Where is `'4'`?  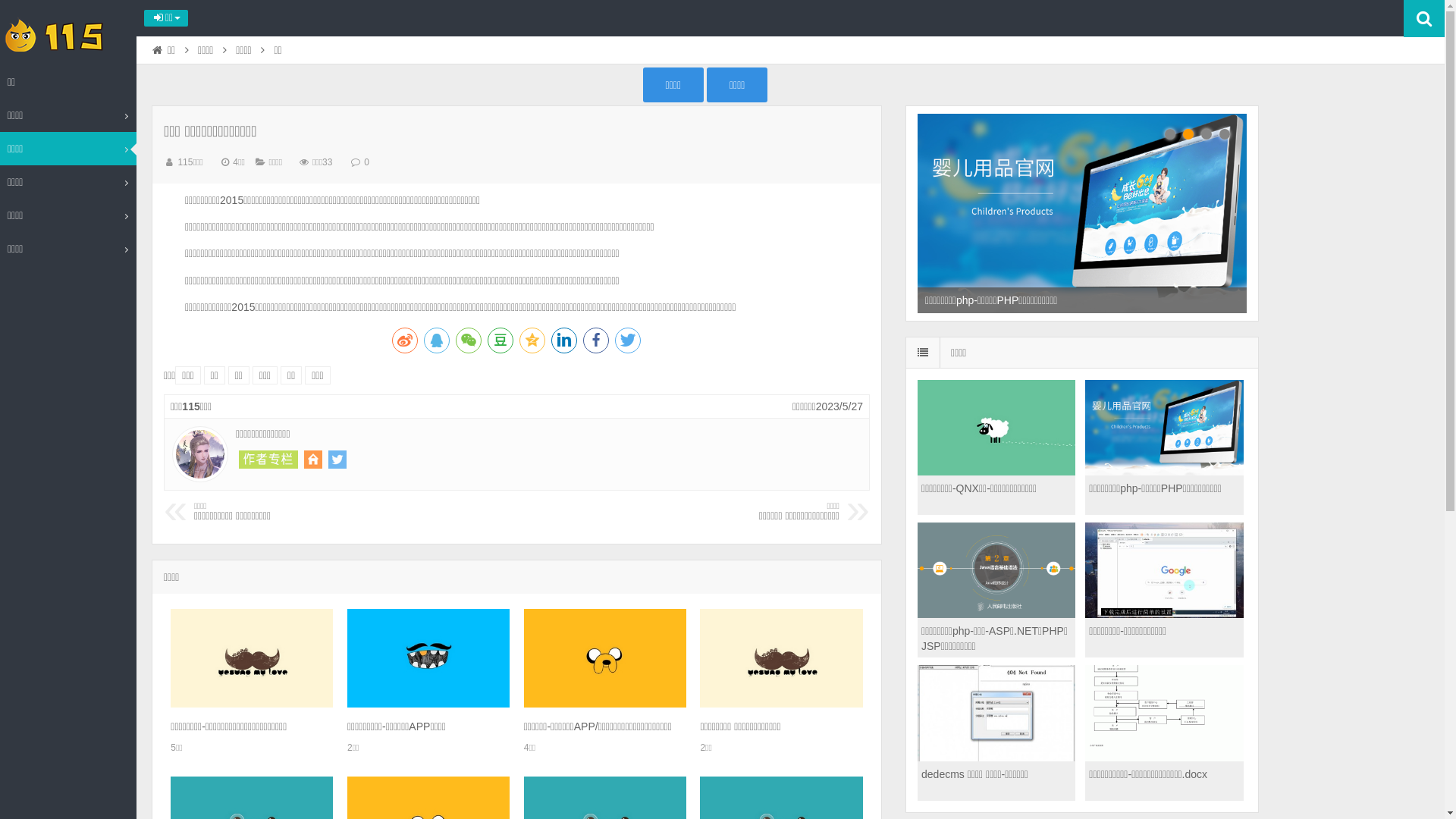 '4' is located at coordinates (1219, 133).